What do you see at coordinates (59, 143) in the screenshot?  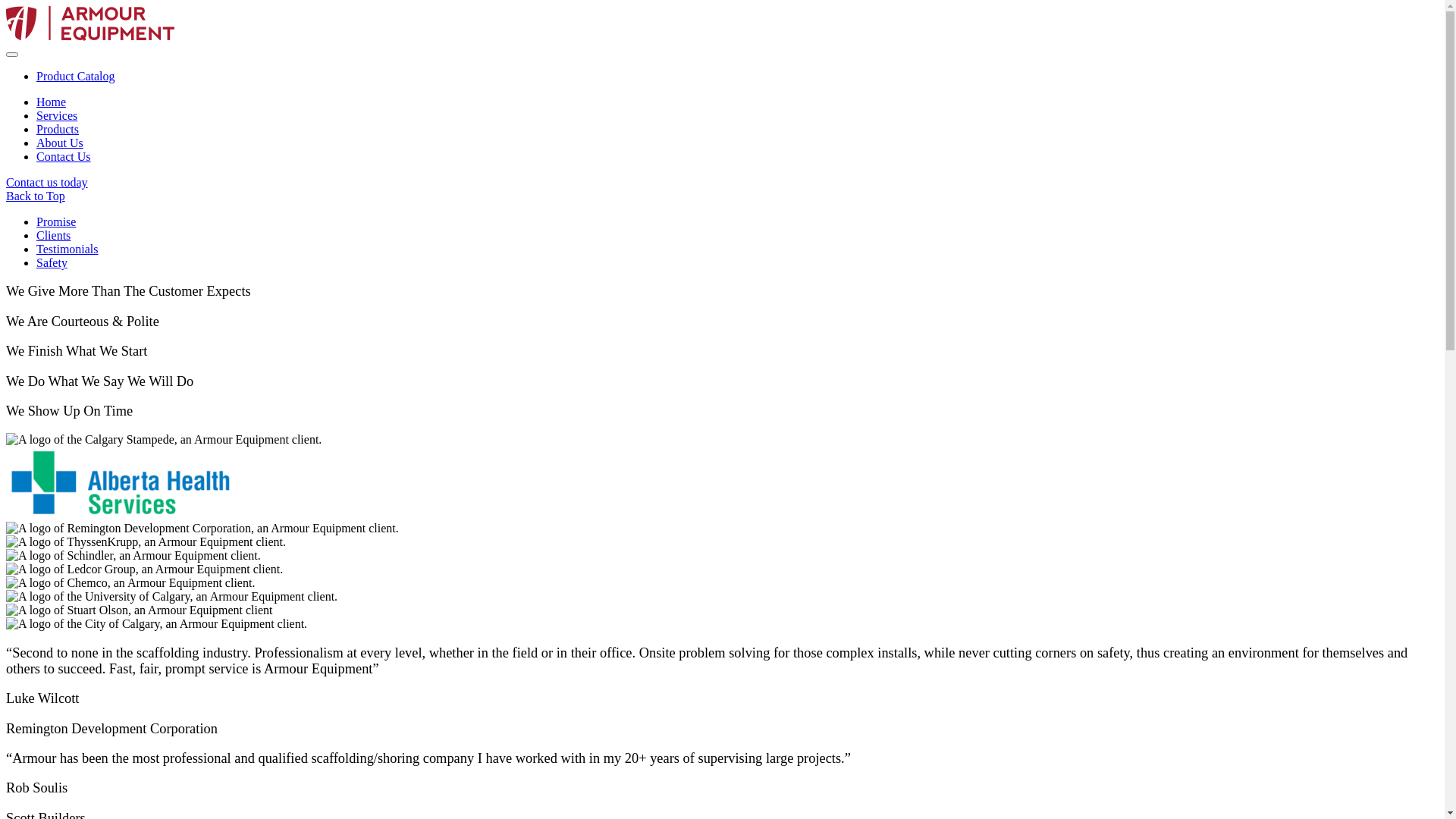 I see `'About Us'` at bounding box center [59, 143].